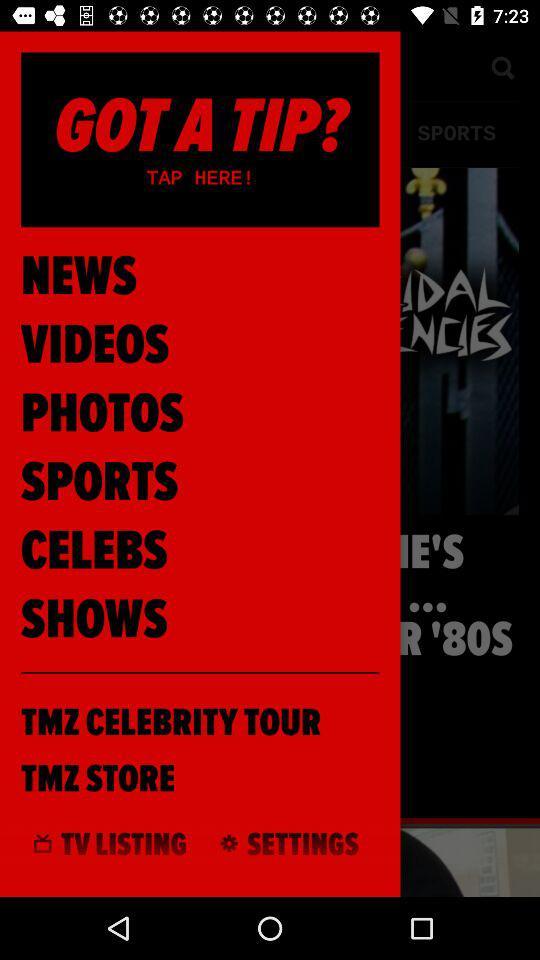 Image resolution: width=540 pixels, height=960 pixels. Describe the element at coordinates (501, 66) in the screenshot. I see `the search icon` at that location.